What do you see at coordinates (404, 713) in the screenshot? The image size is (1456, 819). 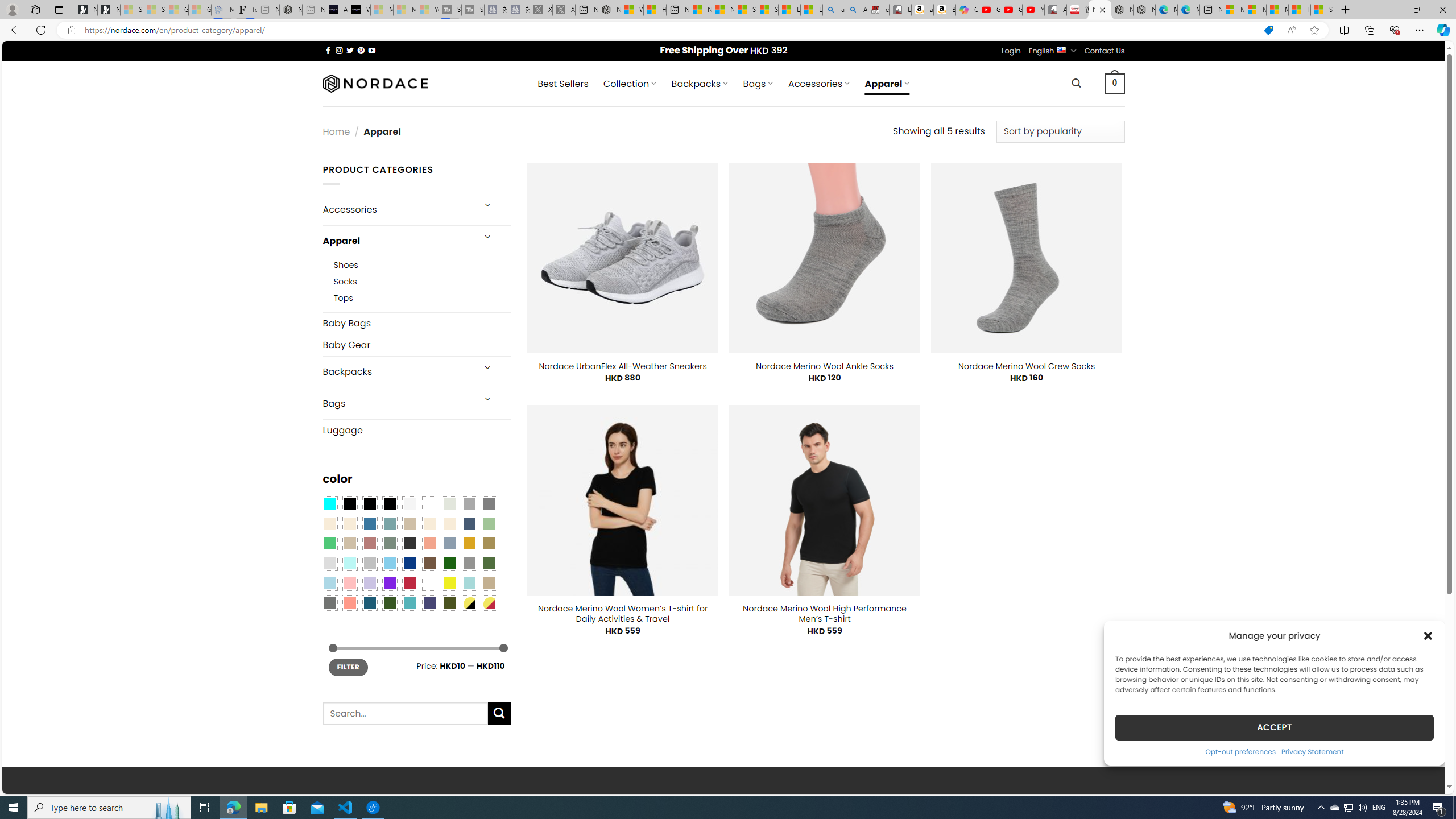 I see `'Search for:'` at bounding box center [404, 713].